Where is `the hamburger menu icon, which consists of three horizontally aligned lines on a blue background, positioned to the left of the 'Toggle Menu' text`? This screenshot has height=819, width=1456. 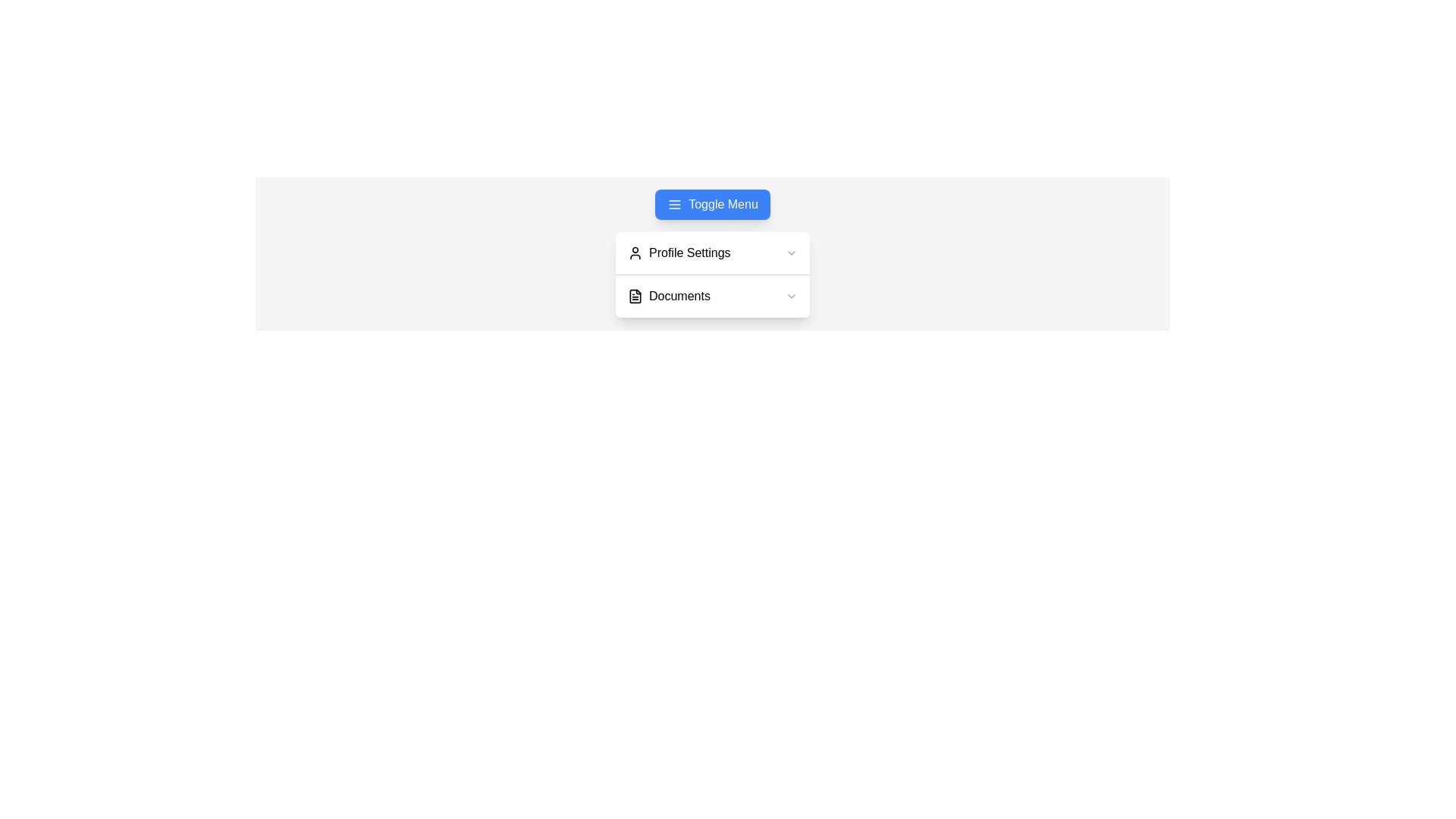 the hamburger menu icon, which consists of three horizontally aligned lines on a blue background, positioned to the left of the 'Toggle Menu' text is located at coordinates (674, 205).